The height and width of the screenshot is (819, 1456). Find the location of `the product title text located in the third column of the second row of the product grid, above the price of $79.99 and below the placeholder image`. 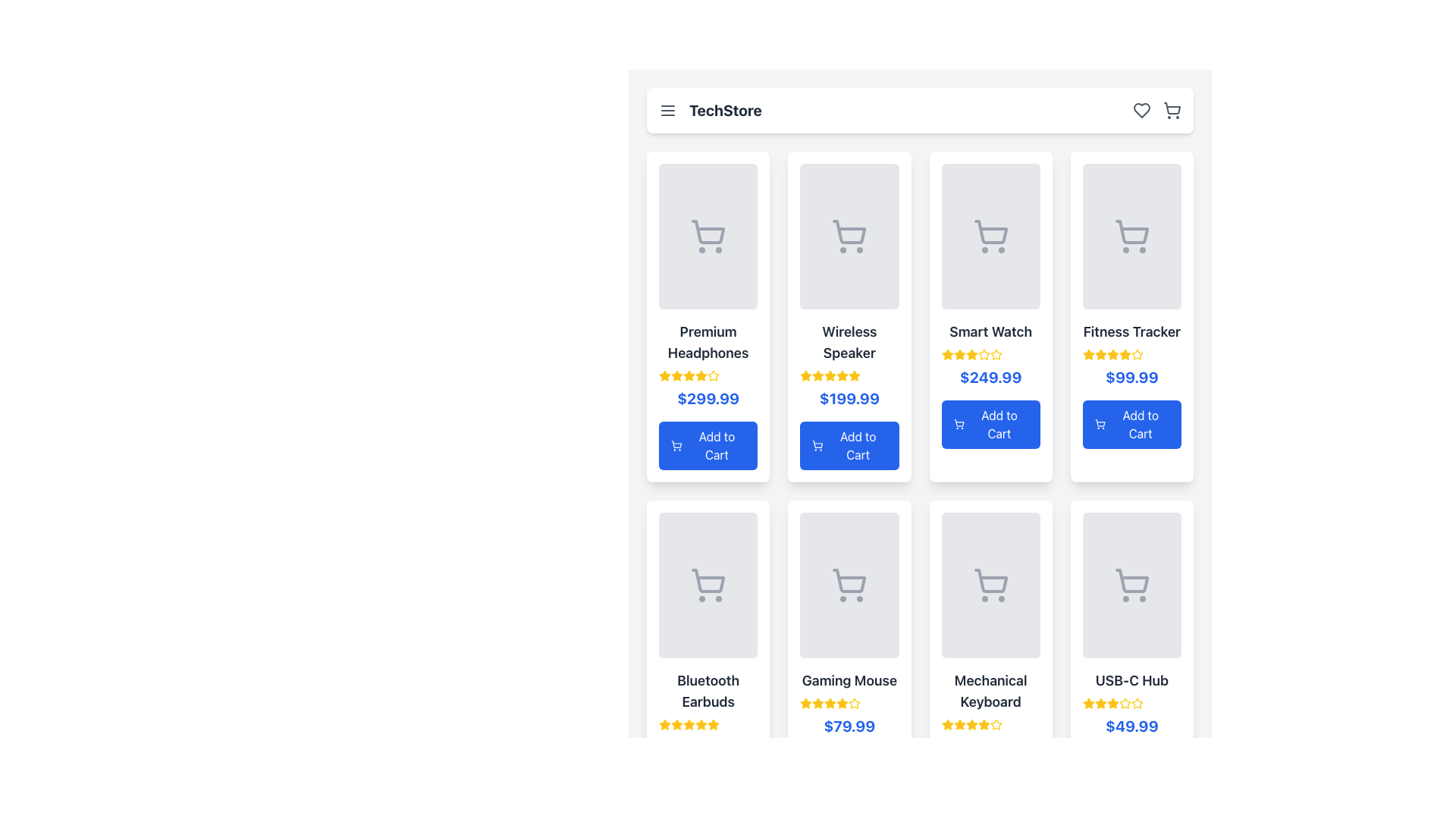

the product title text located in the third column of the second row of the product grid, above the price of $79.99 and below the placeholder image is located at coordinates (849, 680).